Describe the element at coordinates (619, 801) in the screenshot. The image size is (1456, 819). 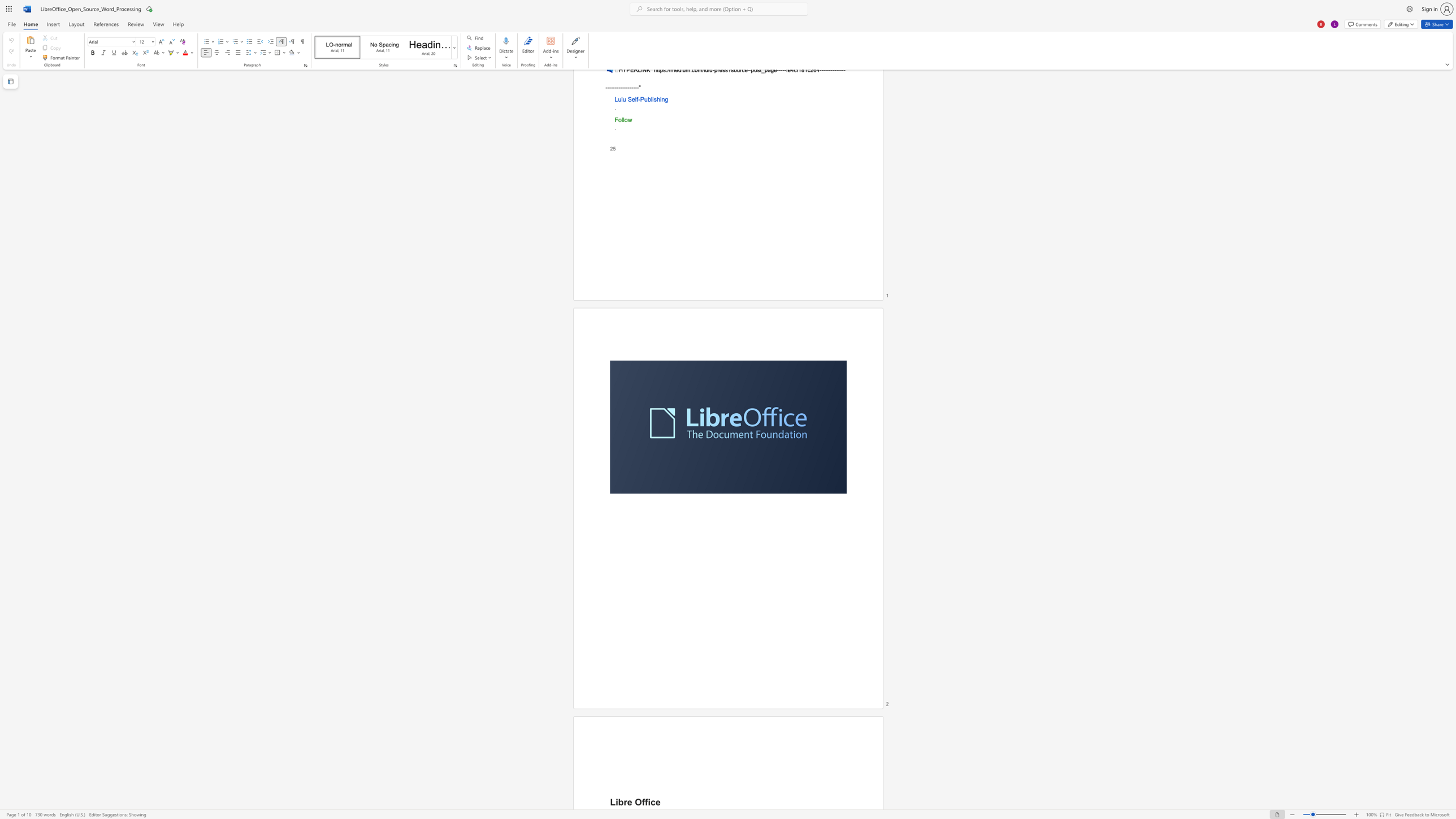
I see `the space between the continuous character "i" and "b" in the text` at that location.